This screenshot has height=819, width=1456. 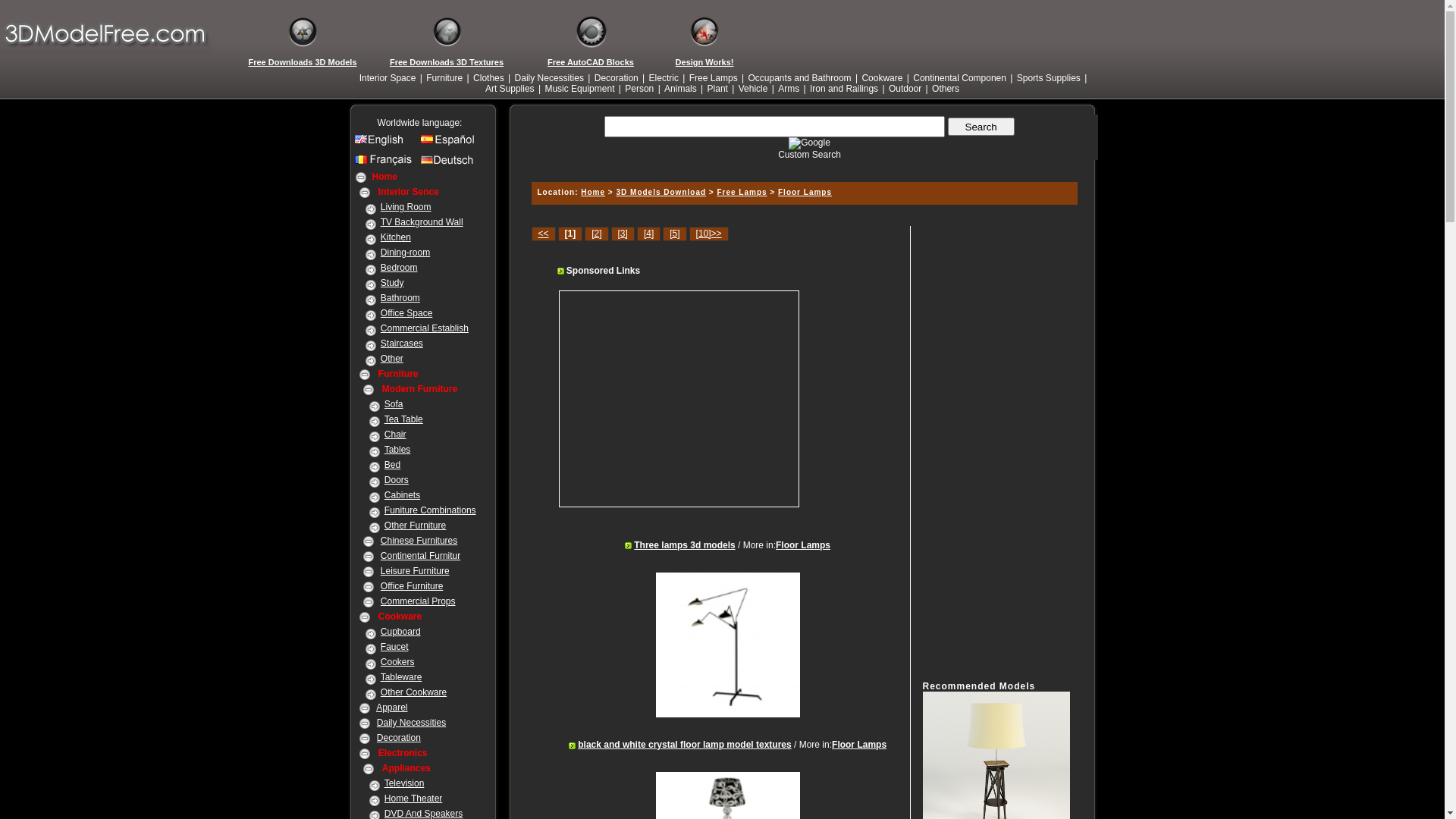 I want to click on 'Clothes', so click(x=488, y=78).